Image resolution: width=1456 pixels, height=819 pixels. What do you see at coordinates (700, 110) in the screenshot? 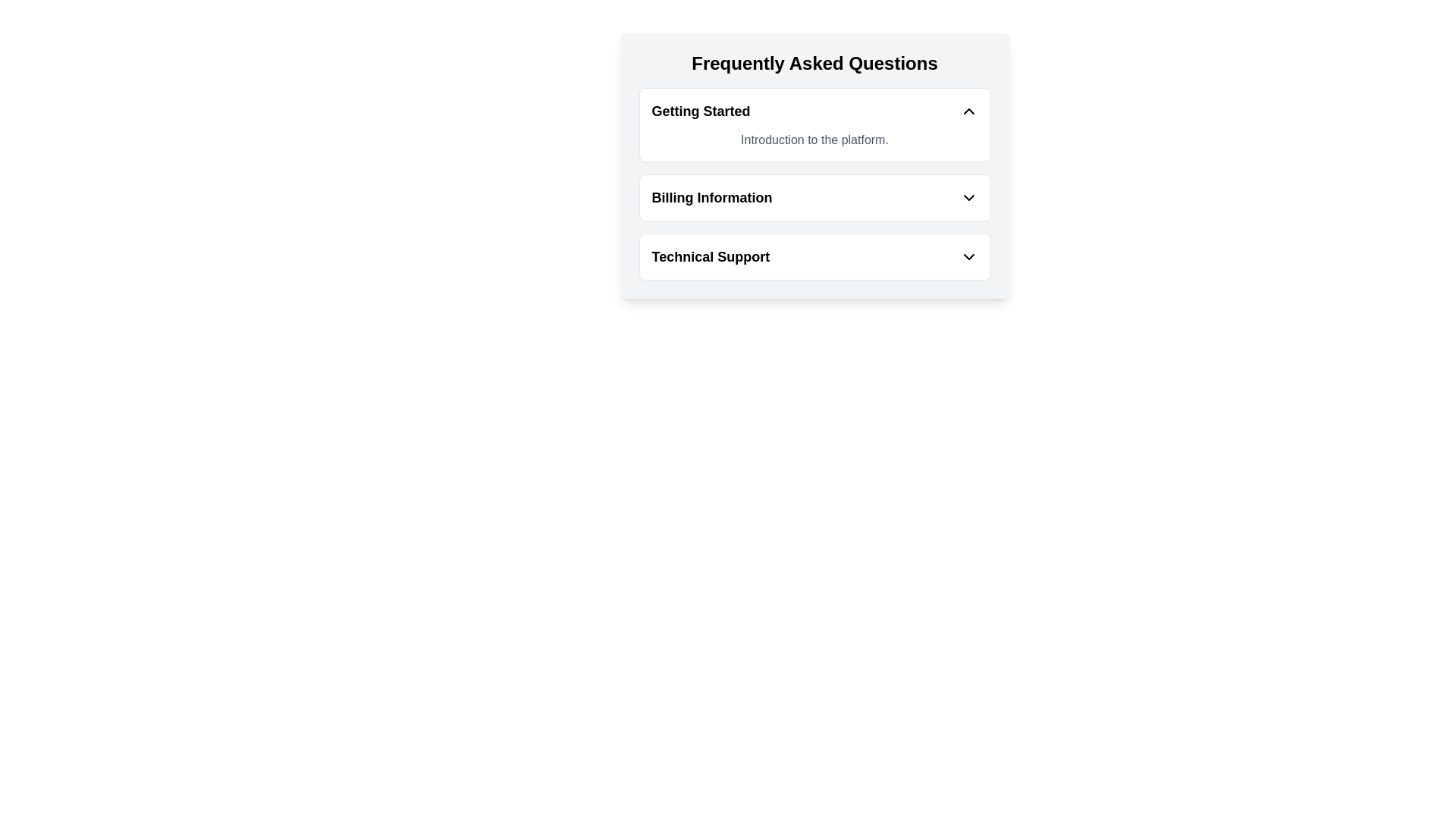
I see `the bold text heading 'Getting Started'` at bounding box center [700, 110].